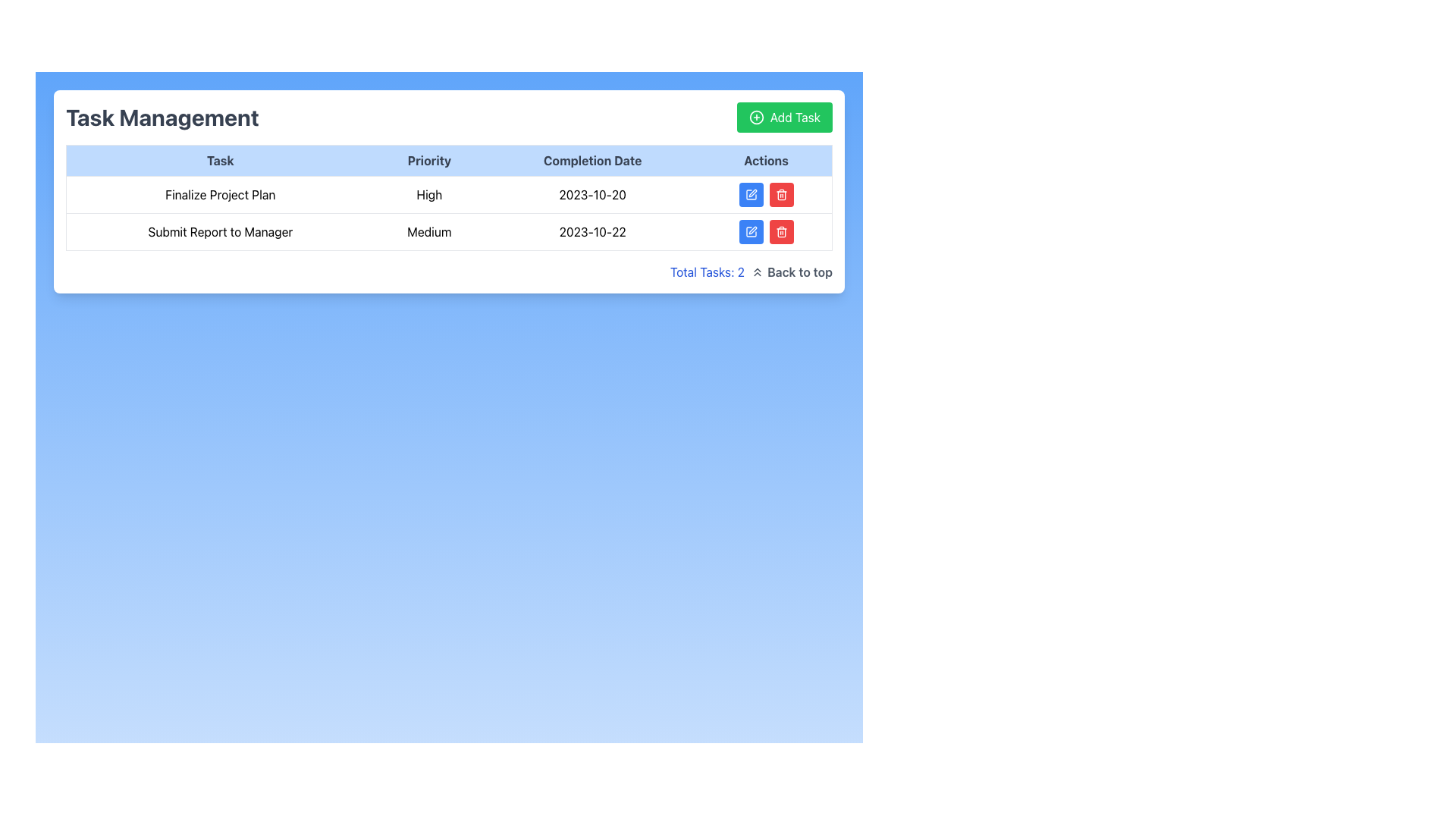 This screenshot has height=819, width=1456. I want to click on the header label indicating dates of task completion, which is the third header in the table row, so click(591, 161).